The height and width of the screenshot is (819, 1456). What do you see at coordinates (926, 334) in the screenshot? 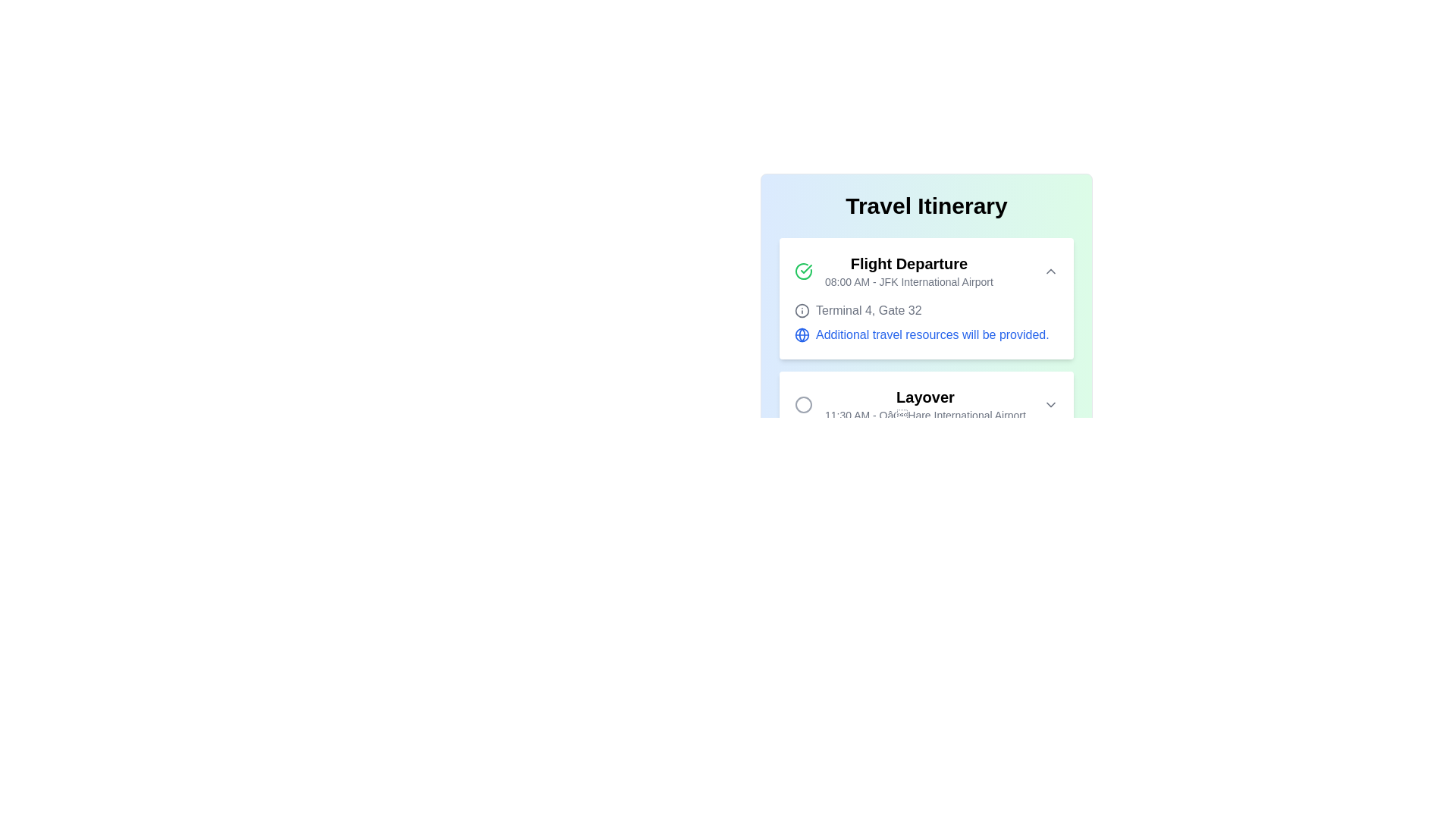
I see `the text 'Additional travel resources will be provided.' with a blue styling and a globe icon on its left, located below 'Terminal 4, Gate 32'` at bounding box center [926, 334].